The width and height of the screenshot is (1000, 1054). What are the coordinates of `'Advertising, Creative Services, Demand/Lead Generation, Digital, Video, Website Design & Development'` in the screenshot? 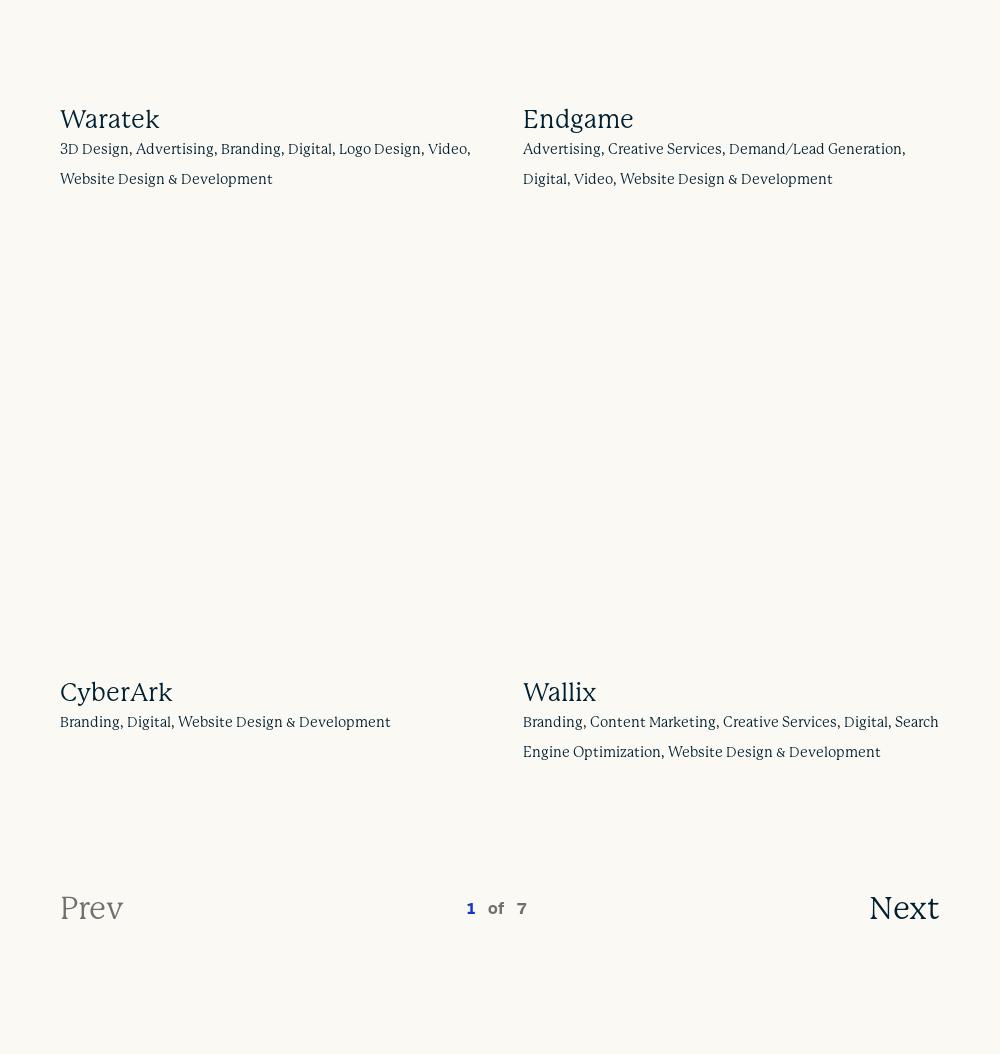 It's located at (522, 161).